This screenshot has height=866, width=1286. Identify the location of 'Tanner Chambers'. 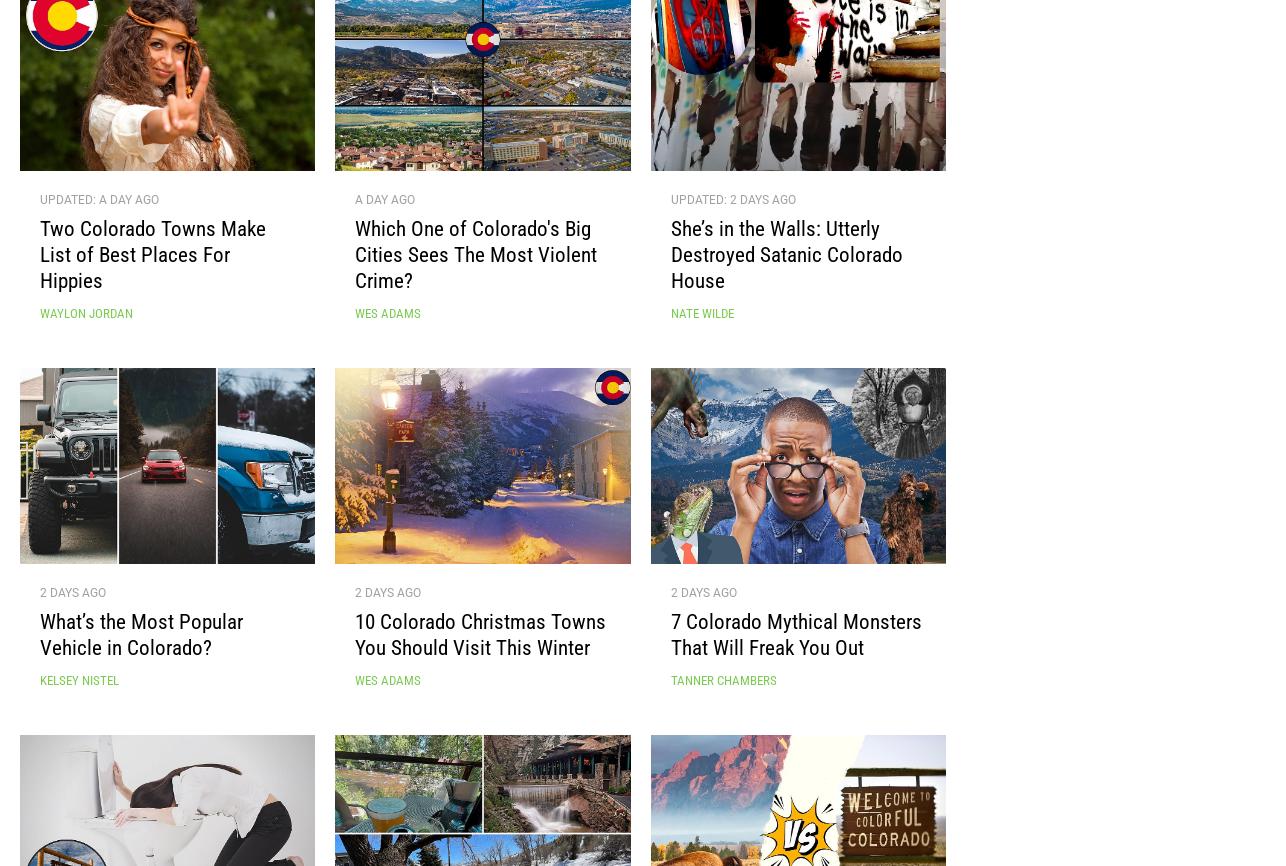
(722, 688).